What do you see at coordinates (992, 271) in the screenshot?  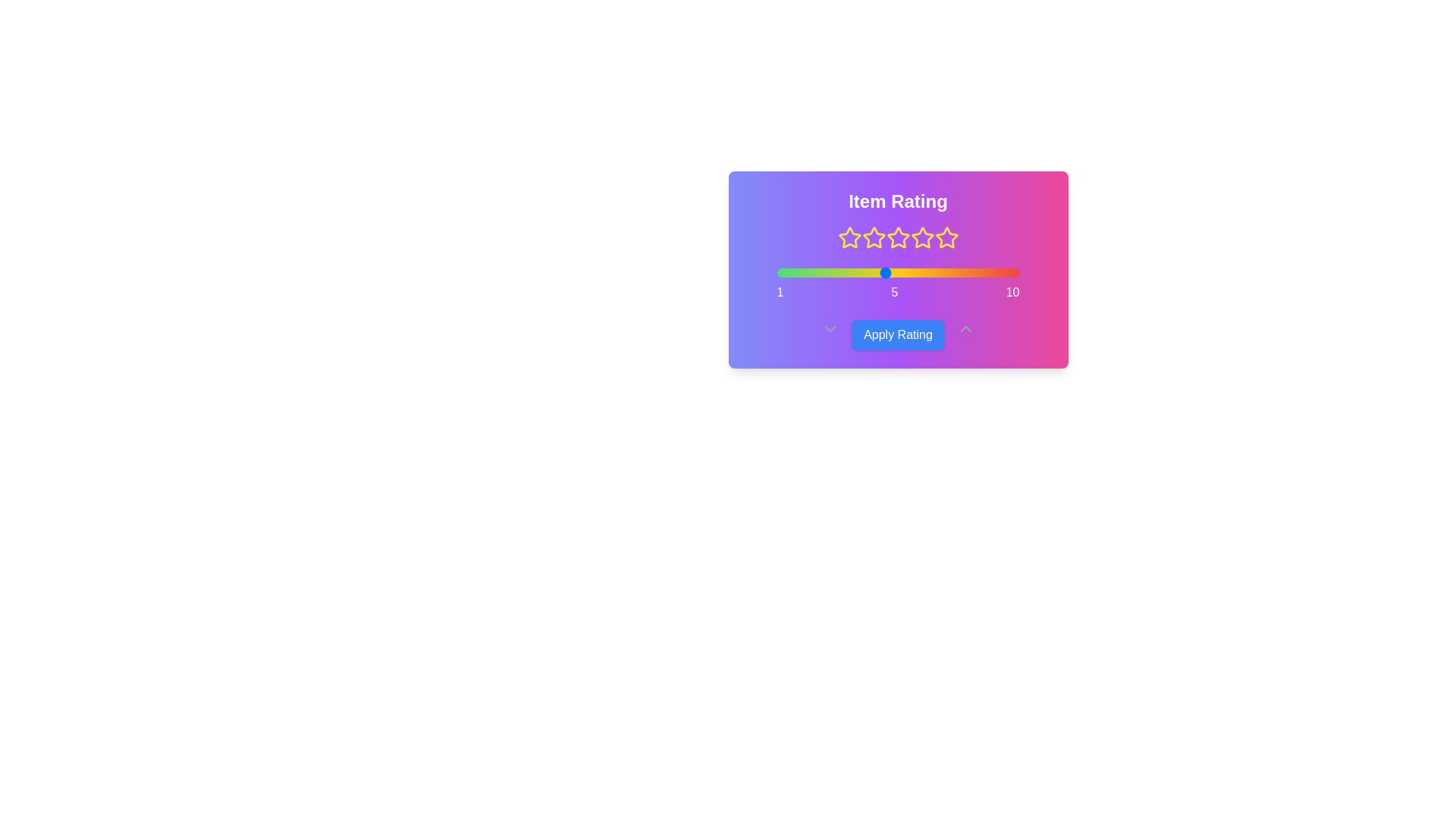 I see `the slider to set the rating to 9 within the range of 1 to 10` at bounding box center [992, 271].